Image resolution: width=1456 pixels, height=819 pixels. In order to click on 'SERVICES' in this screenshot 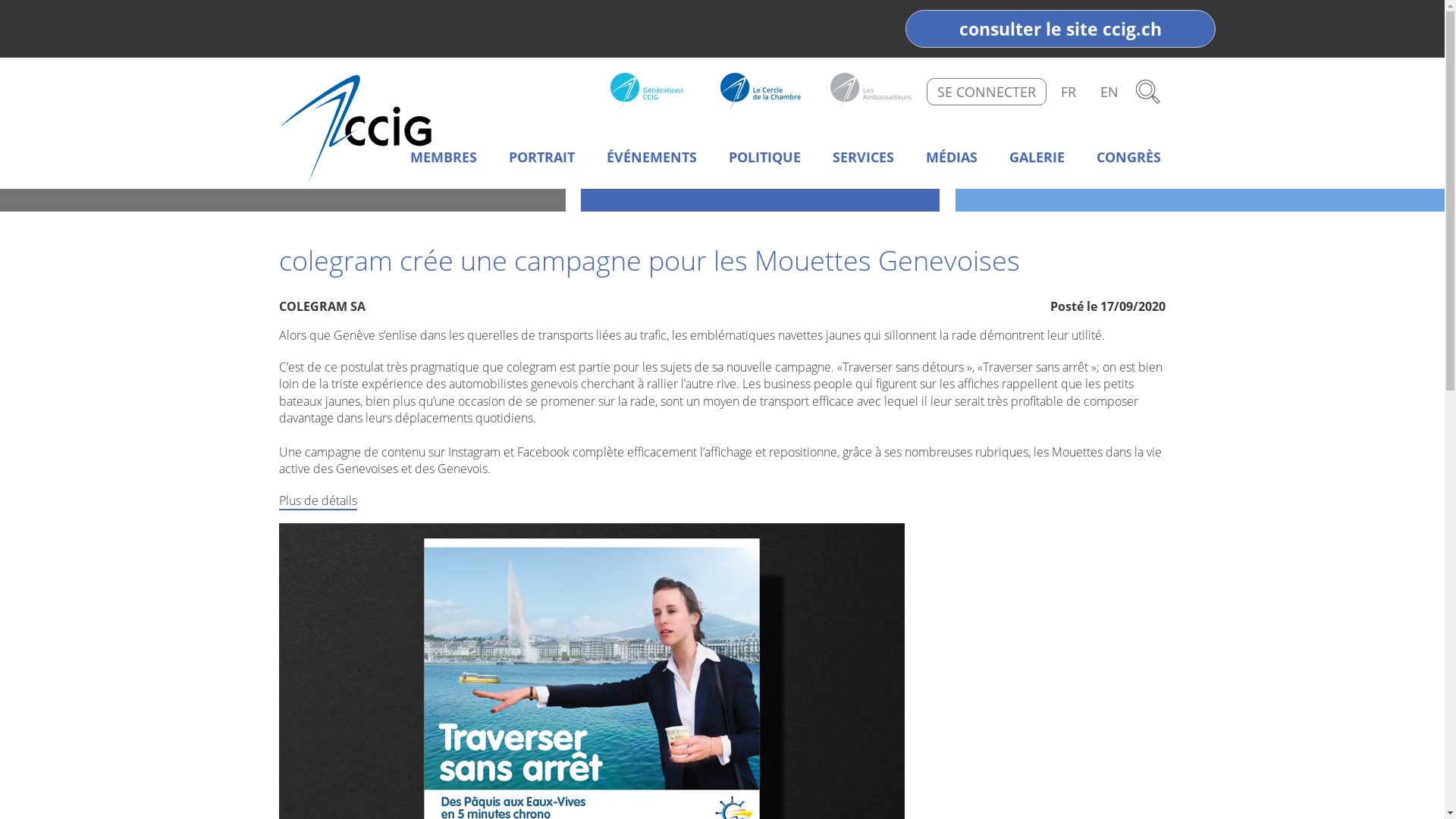, I will do `click(863, 158)`.